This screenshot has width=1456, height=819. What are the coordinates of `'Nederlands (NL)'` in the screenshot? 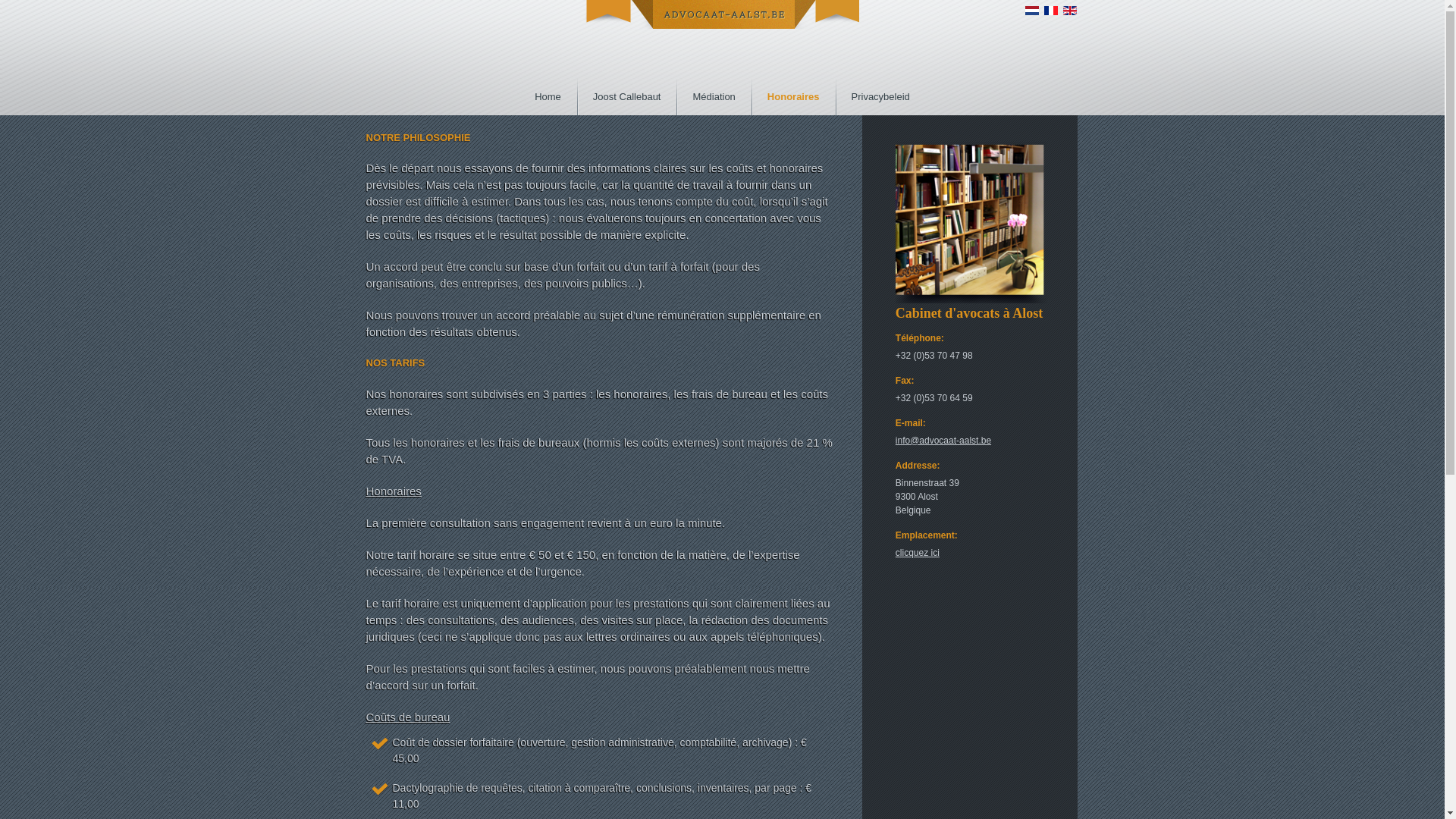 It's located at (1031, 11).